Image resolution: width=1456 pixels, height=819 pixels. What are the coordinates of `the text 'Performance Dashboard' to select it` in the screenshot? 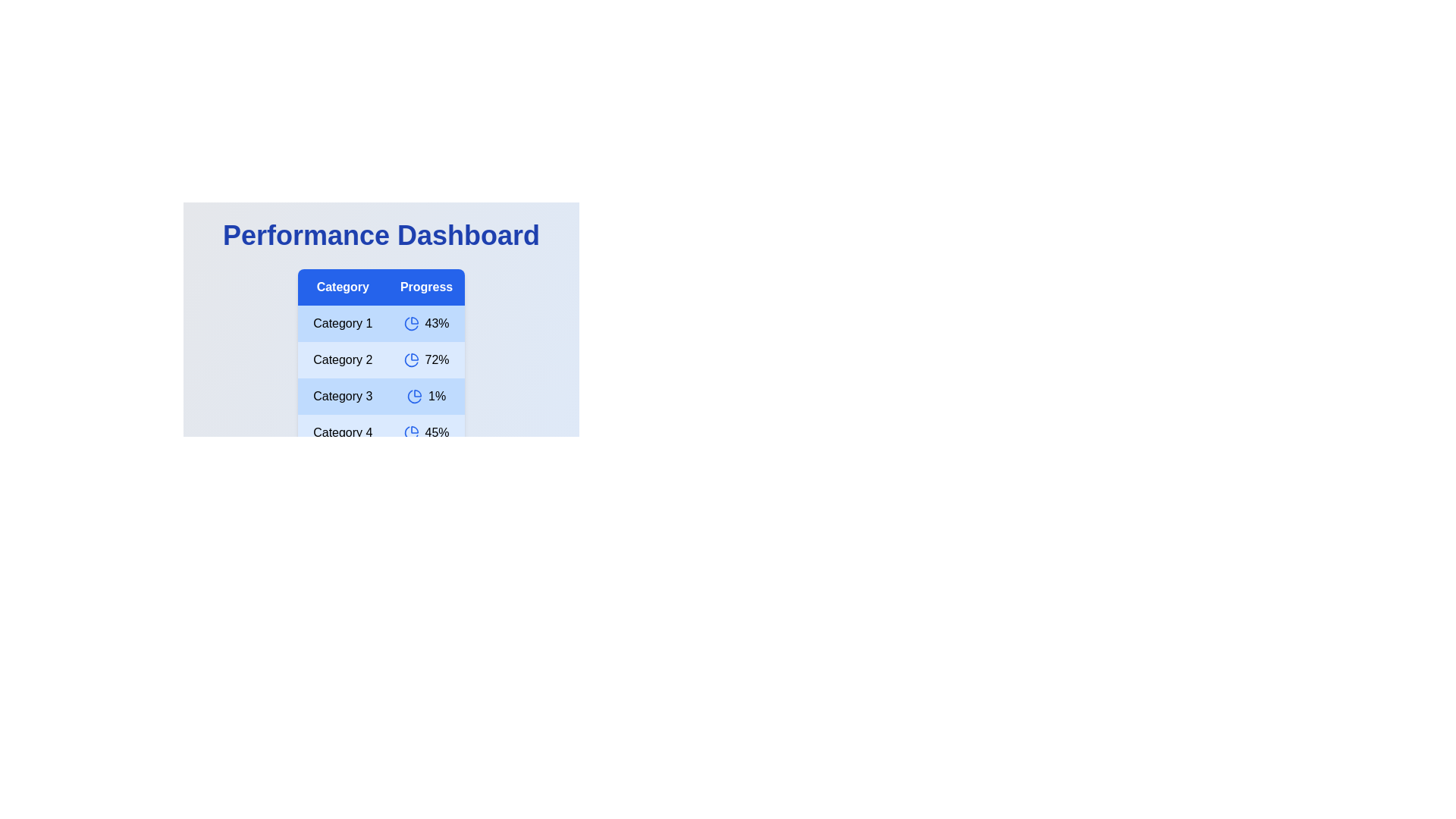 It's located at (381, 236).